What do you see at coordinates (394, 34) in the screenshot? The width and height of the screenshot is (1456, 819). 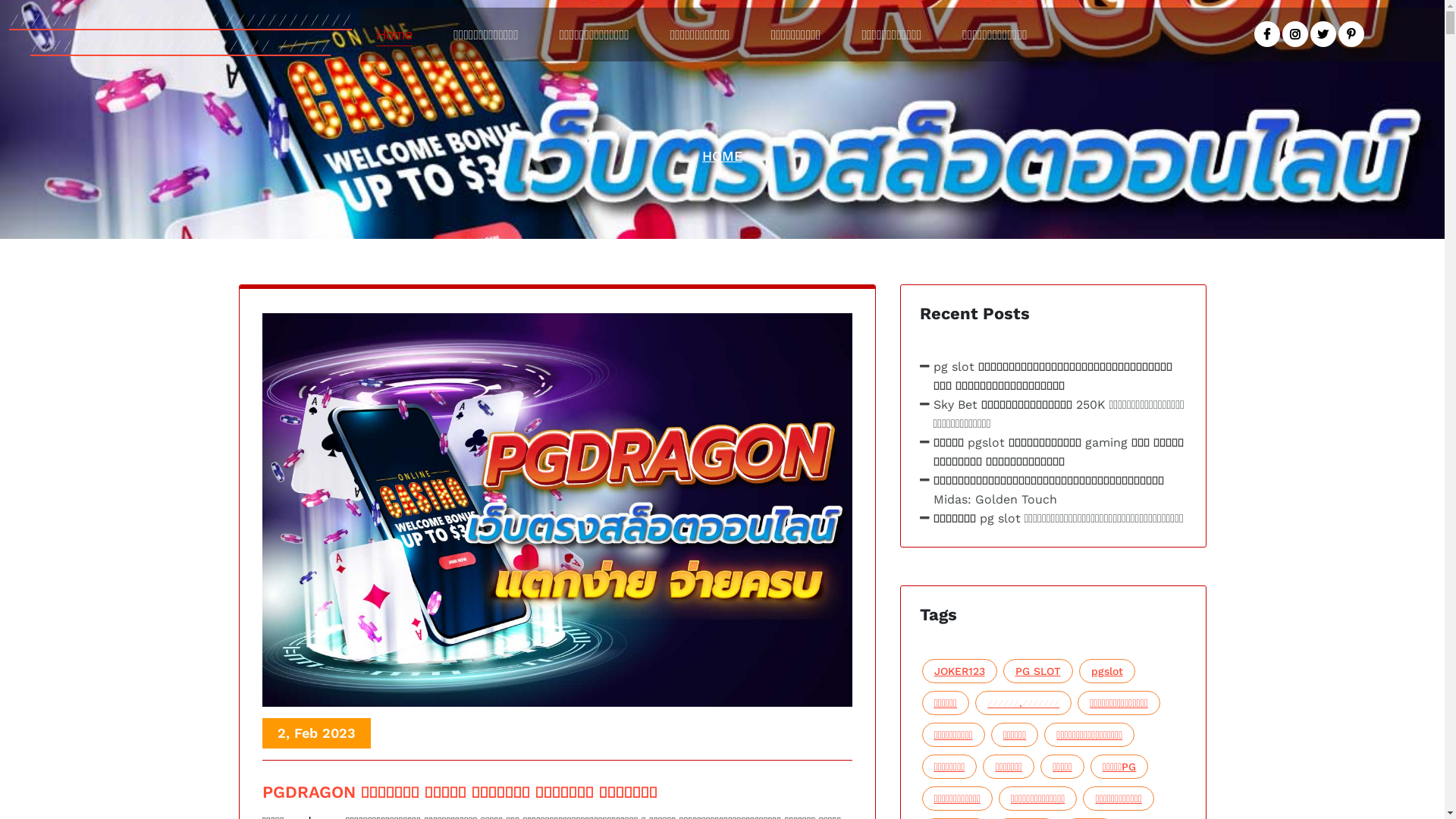 I see `'Home'` at bounding box center [394, 34].